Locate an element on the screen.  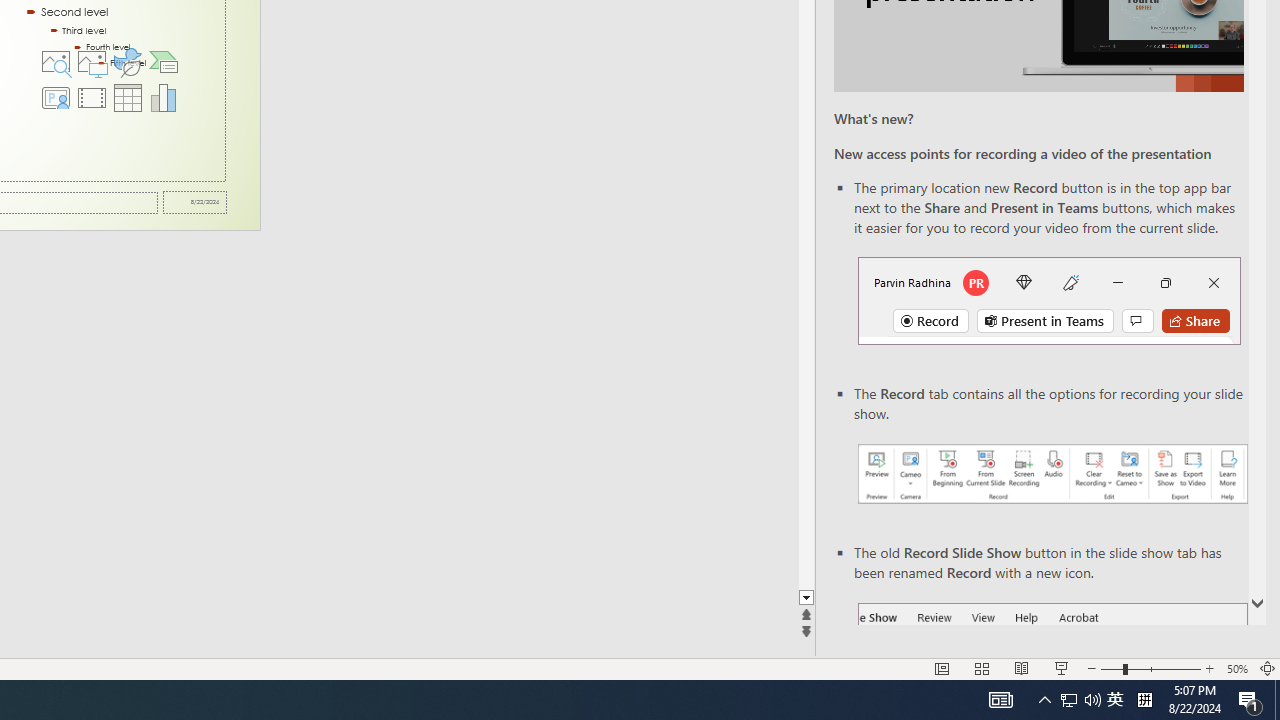
'Zoom 50%' is located at coordinates (1236, 669).